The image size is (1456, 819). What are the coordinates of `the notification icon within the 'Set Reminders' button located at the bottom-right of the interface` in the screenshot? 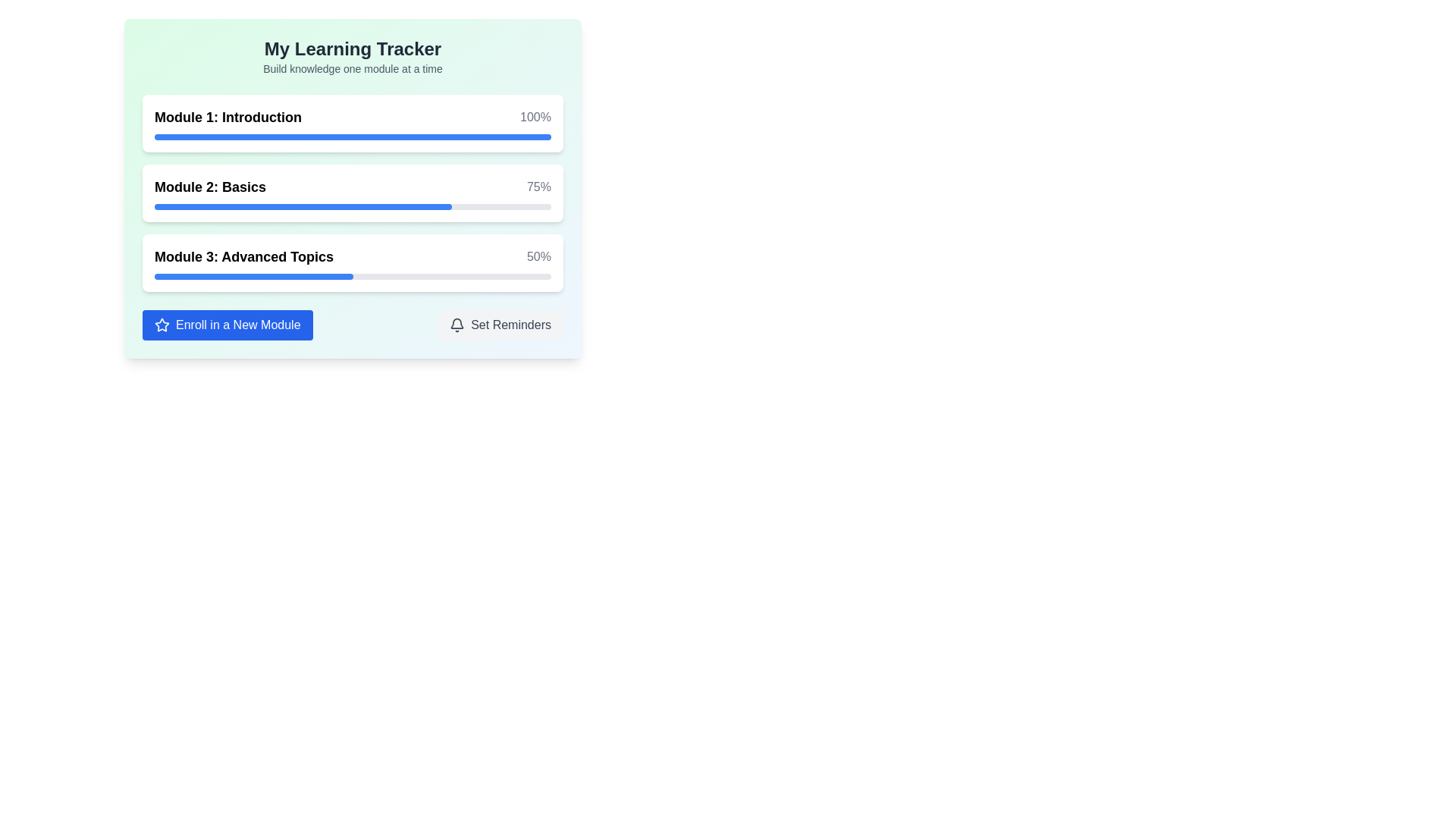 It's located at (457, 324).